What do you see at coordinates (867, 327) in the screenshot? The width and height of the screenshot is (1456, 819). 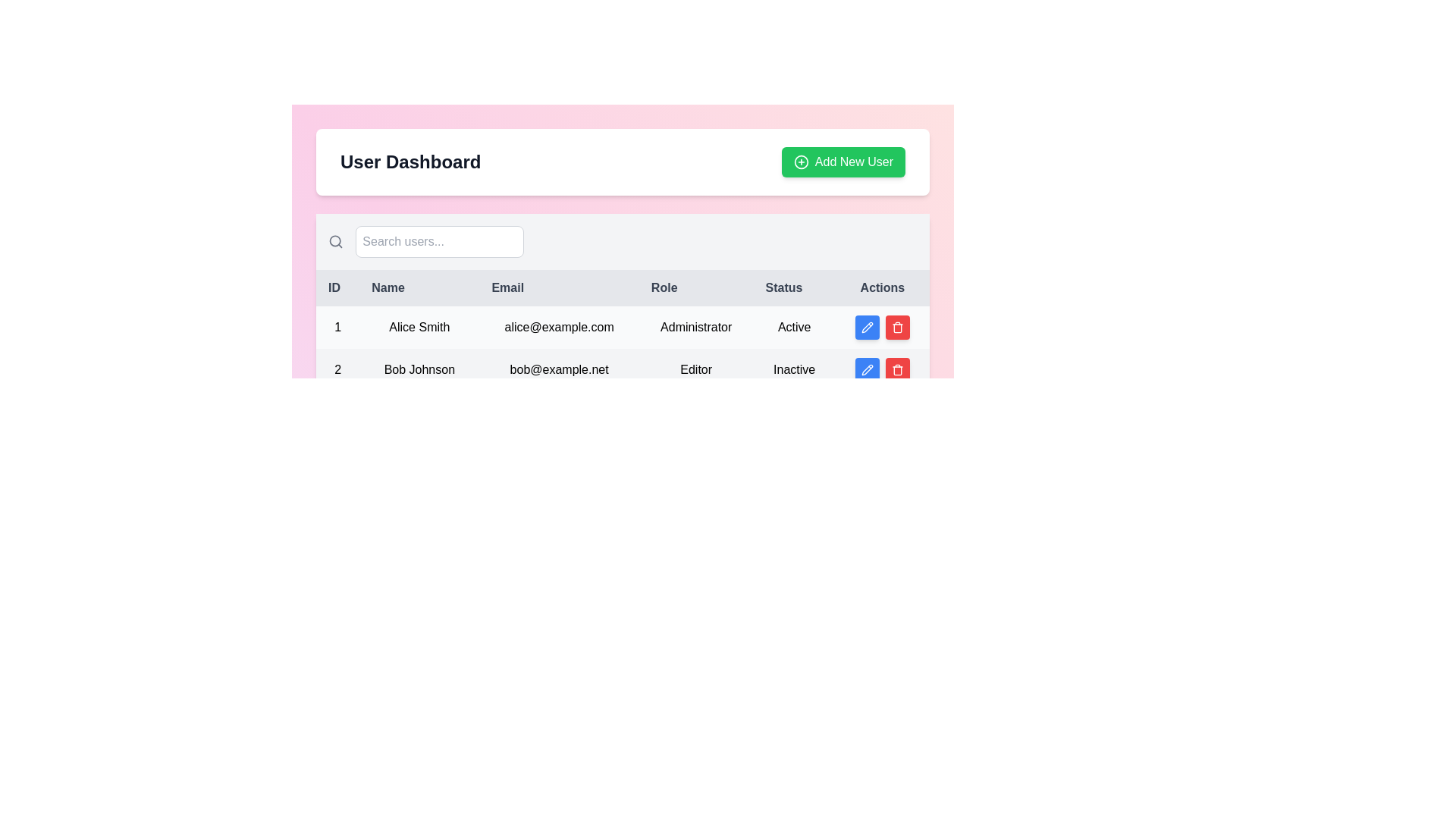 I see `the compact rectangular blue button with a pencil icon in the 'Actions' column of the user table to initiate editing of the user details` at bounding box center [867, 327].